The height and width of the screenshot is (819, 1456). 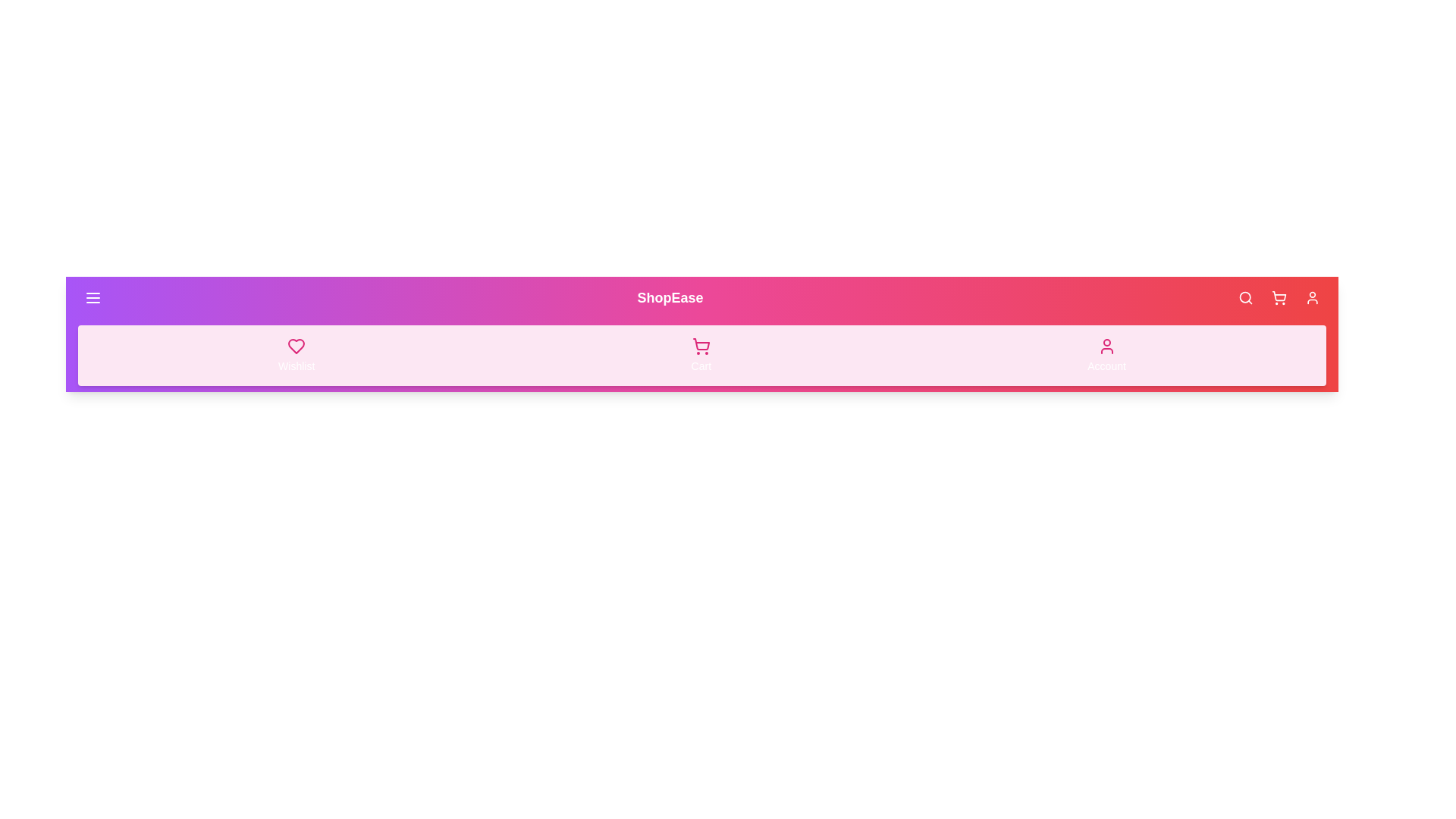 What do you see at coordinates (1245, 298) in the screenshot?
I see `the search button in the app bar` at bounding box center [1245, 298].